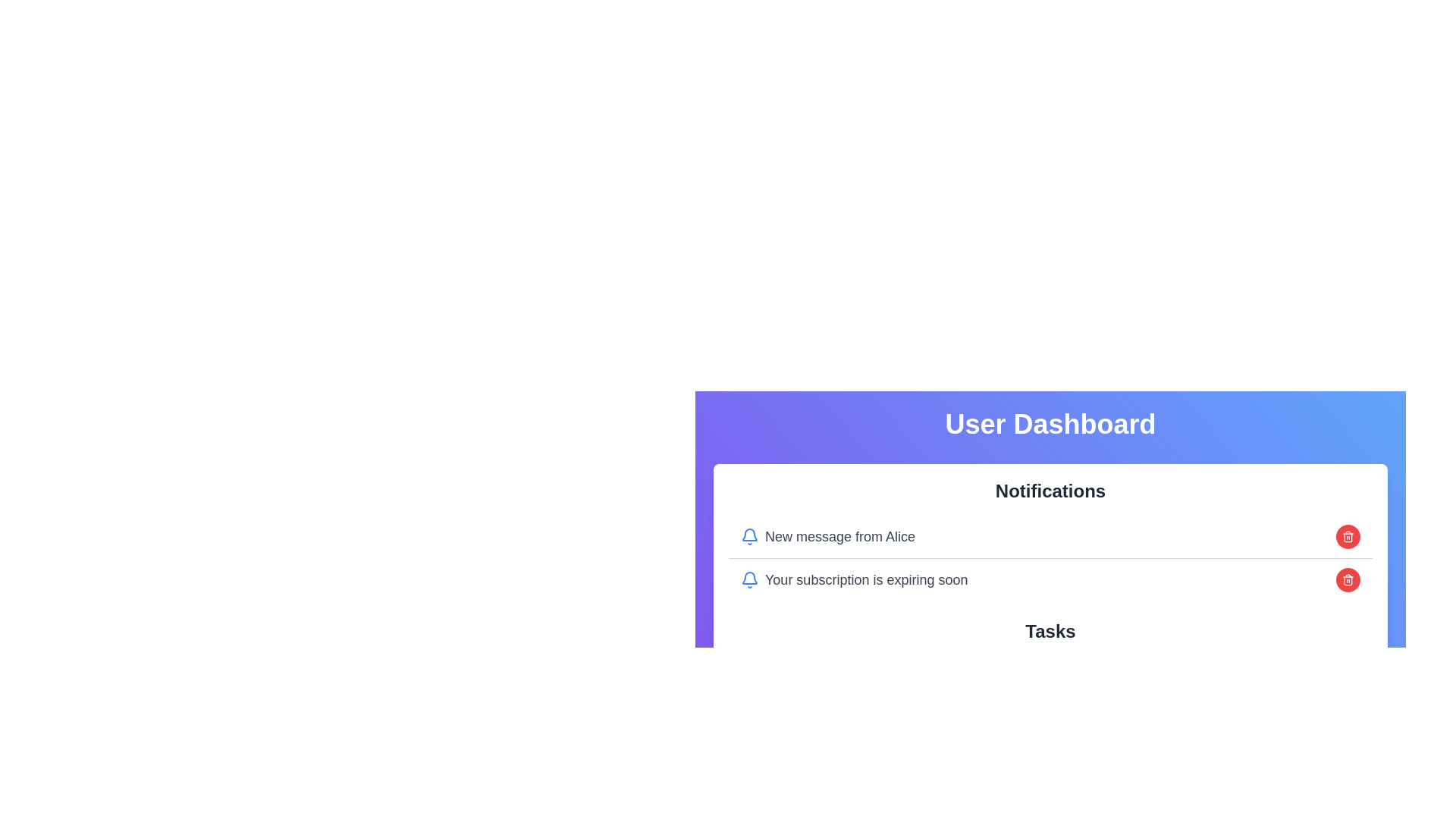  I want to click on the bell icon that signifies a notification for the message 'Your subscription is expiring soon', located to the left of the notification text, so click(749, 579).